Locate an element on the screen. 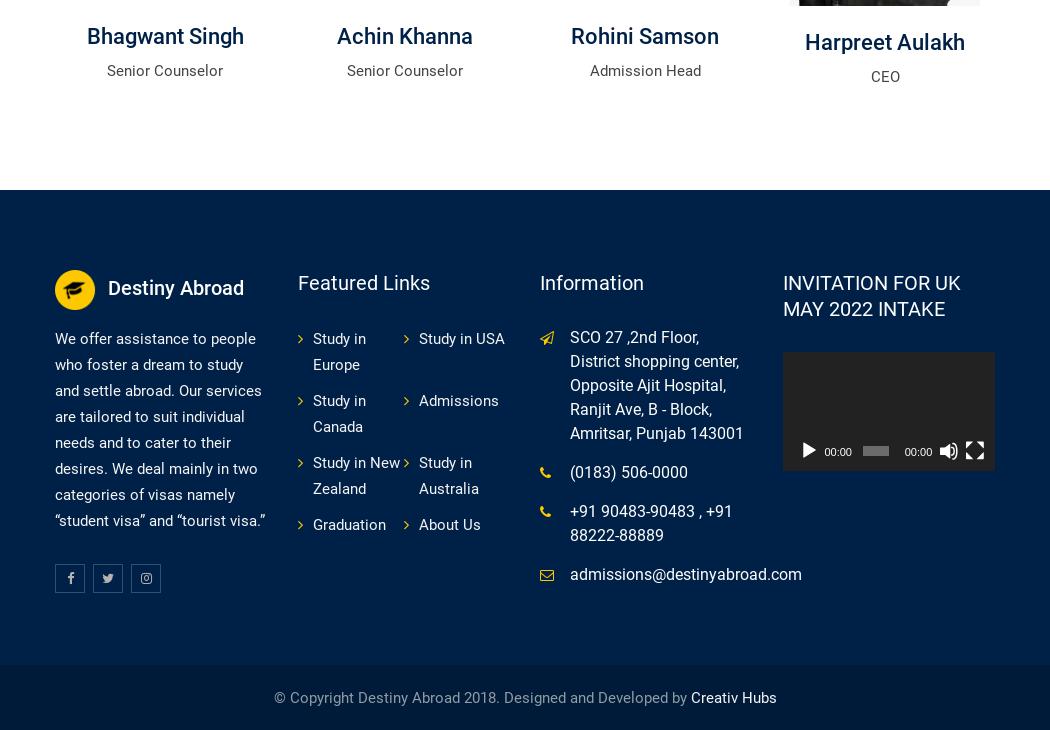  'Admissions' is located at coordinates (458, 398).